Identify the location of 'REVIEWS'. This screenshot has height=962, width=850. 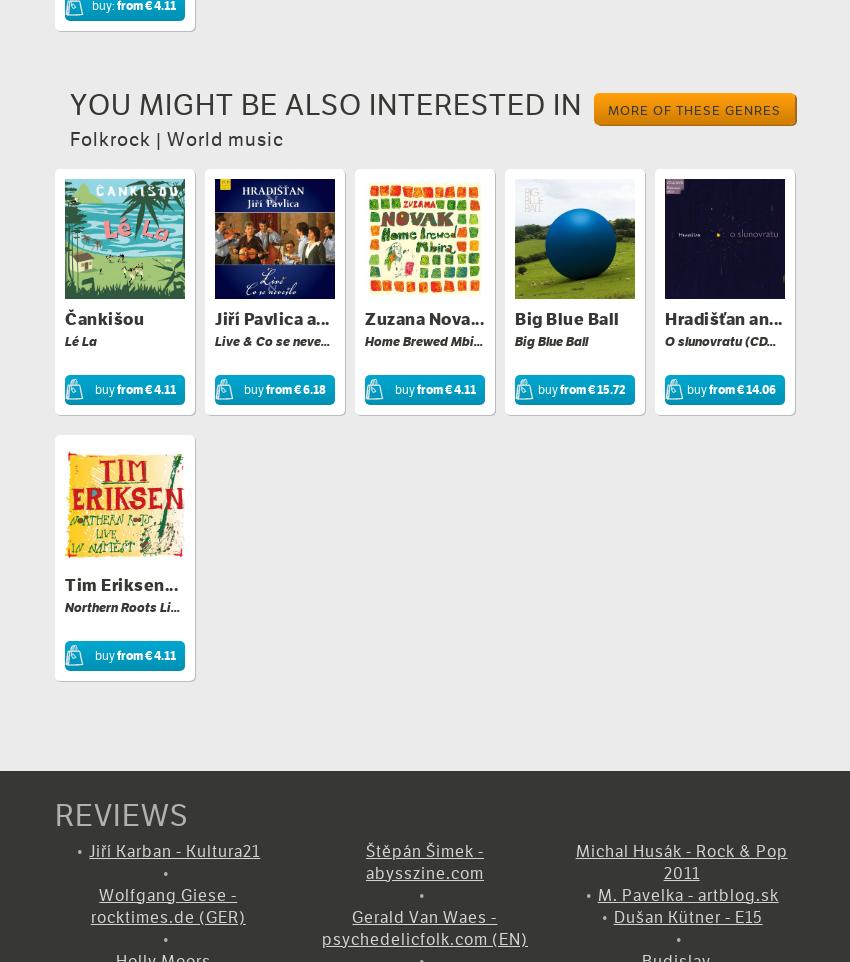
(120, 814).